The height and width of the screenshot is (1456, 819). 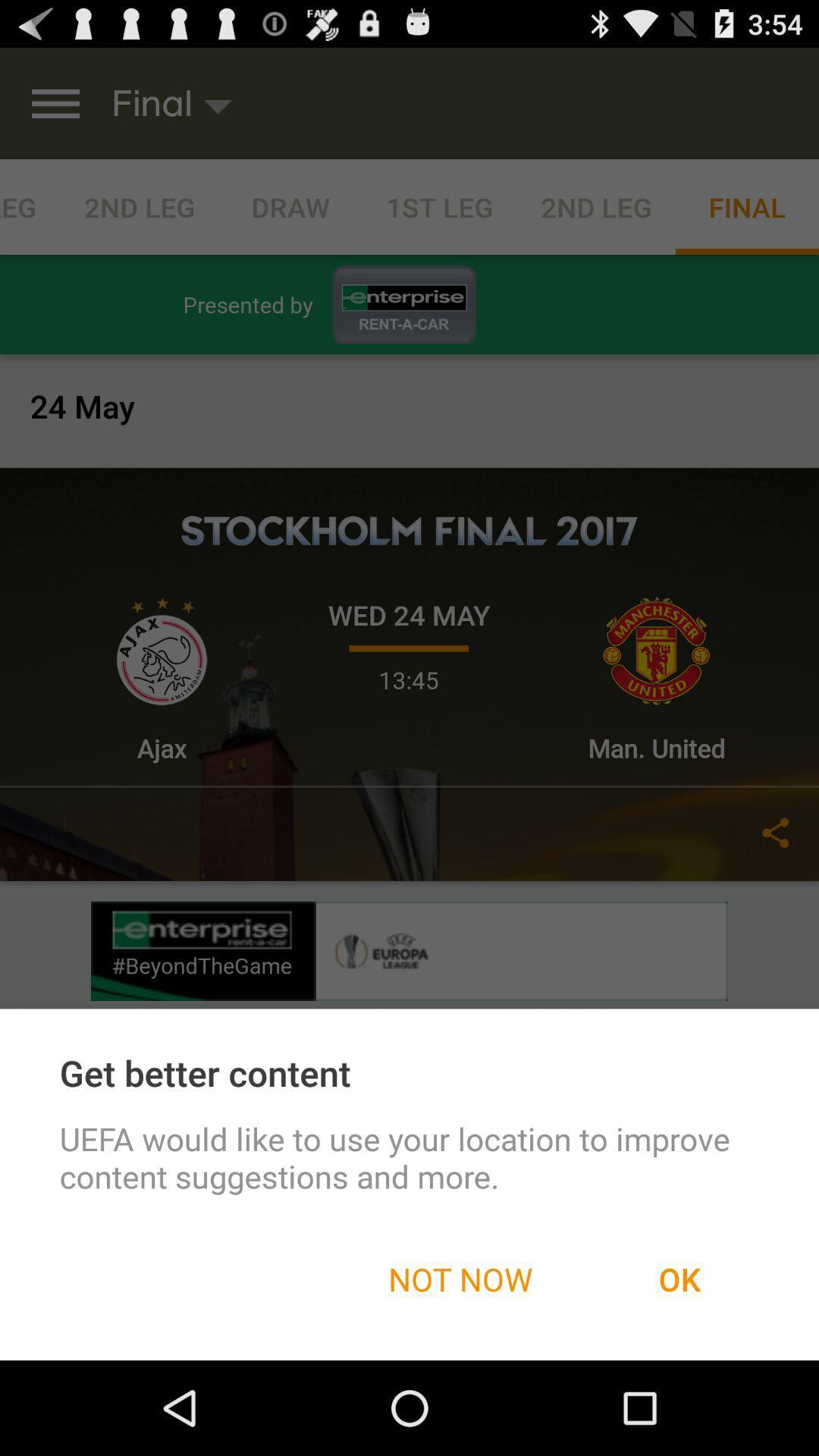 What do you see at coordinates (460, 1278) in the screenshot?
I see `not now item` at bounding box center [460, 1278].